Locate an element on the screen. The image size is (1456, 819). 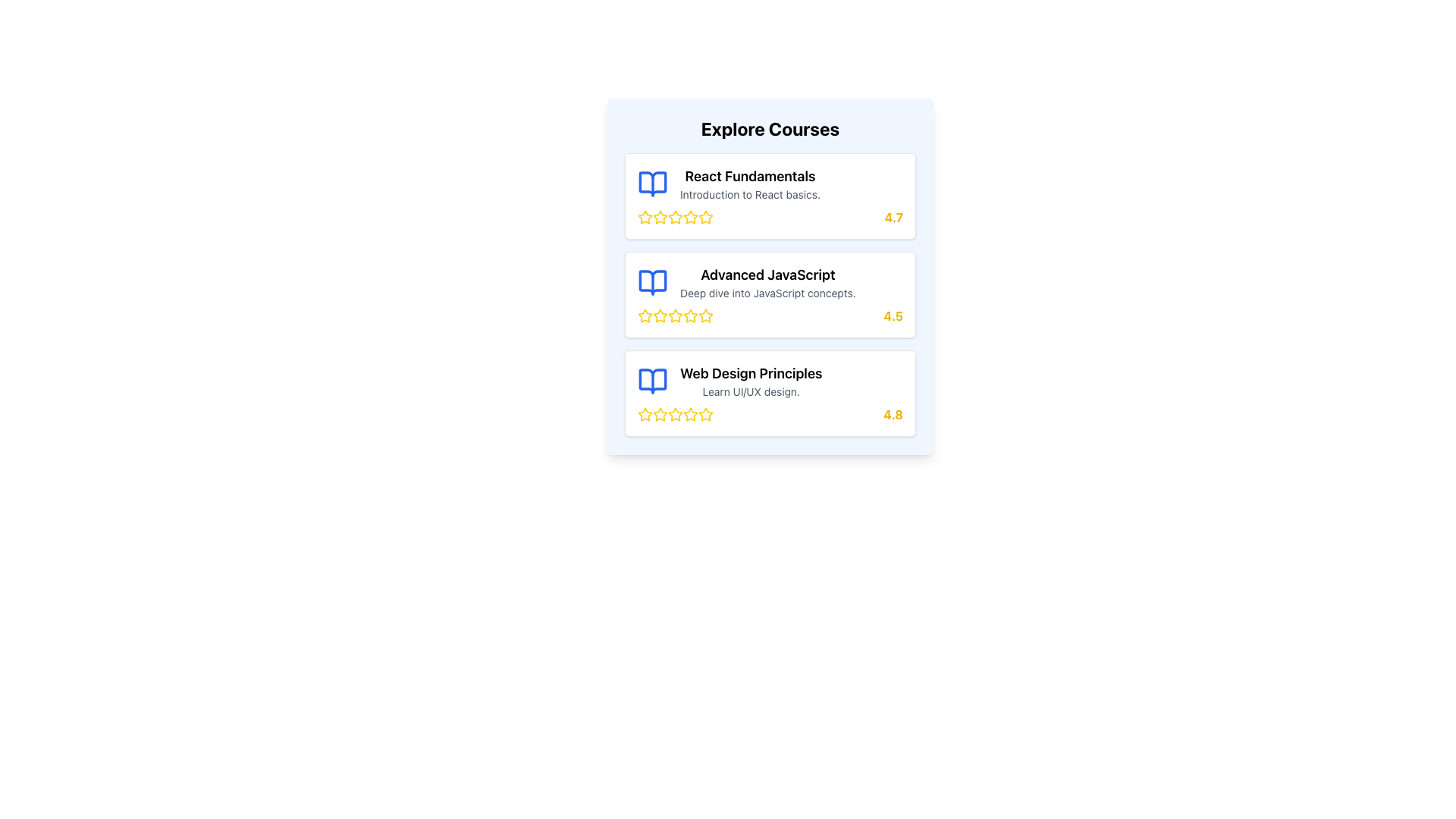
the blue open book icon that represents the 'Advanced JavaScript' entry, positioned to the left of the text within the entry is located at coordinates (652, 283).